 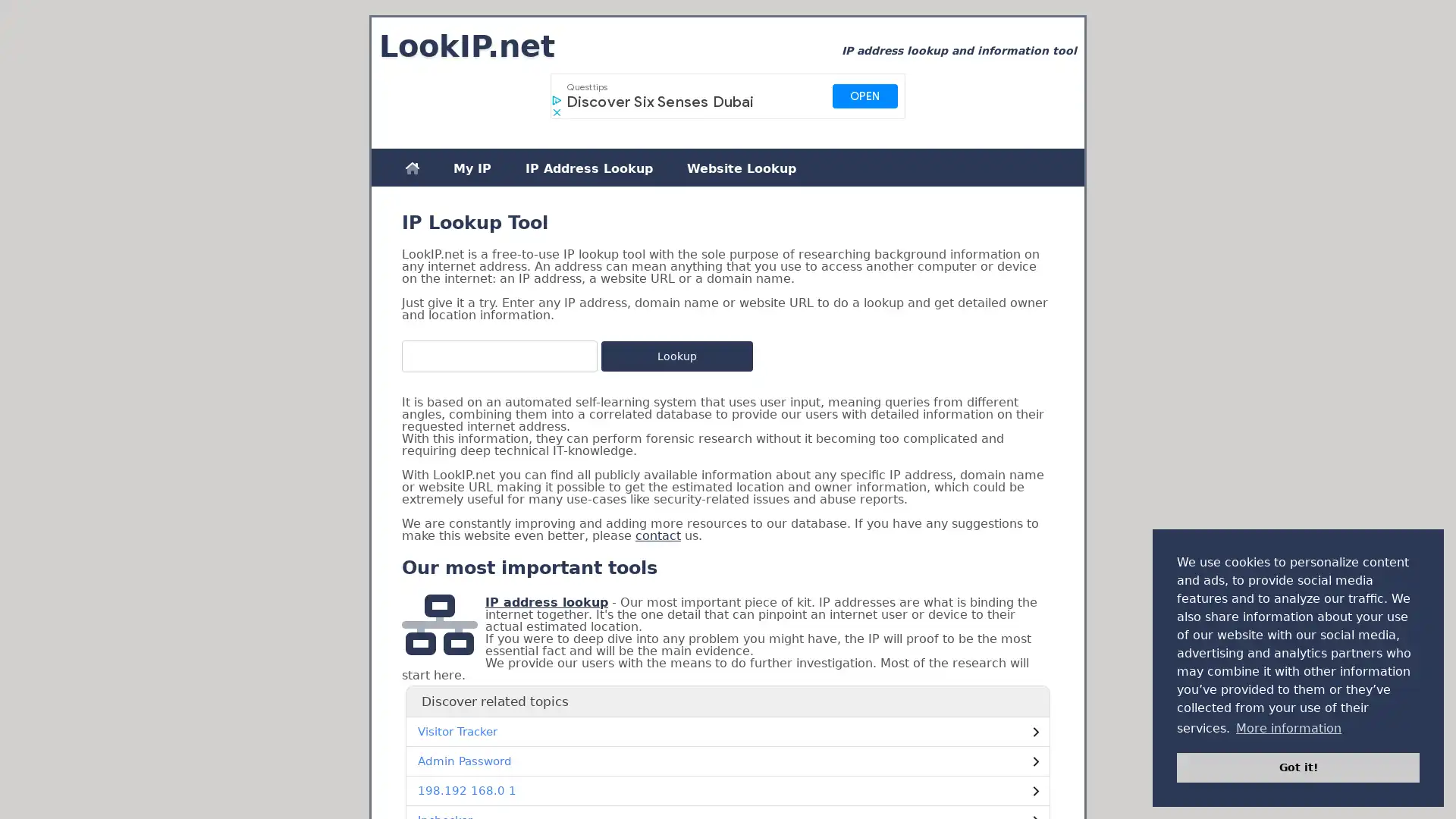 What do you see at coordinates (1288, 727) in the screenshot?
I see `learn more about cookies` at bounding box center [1288, 727].